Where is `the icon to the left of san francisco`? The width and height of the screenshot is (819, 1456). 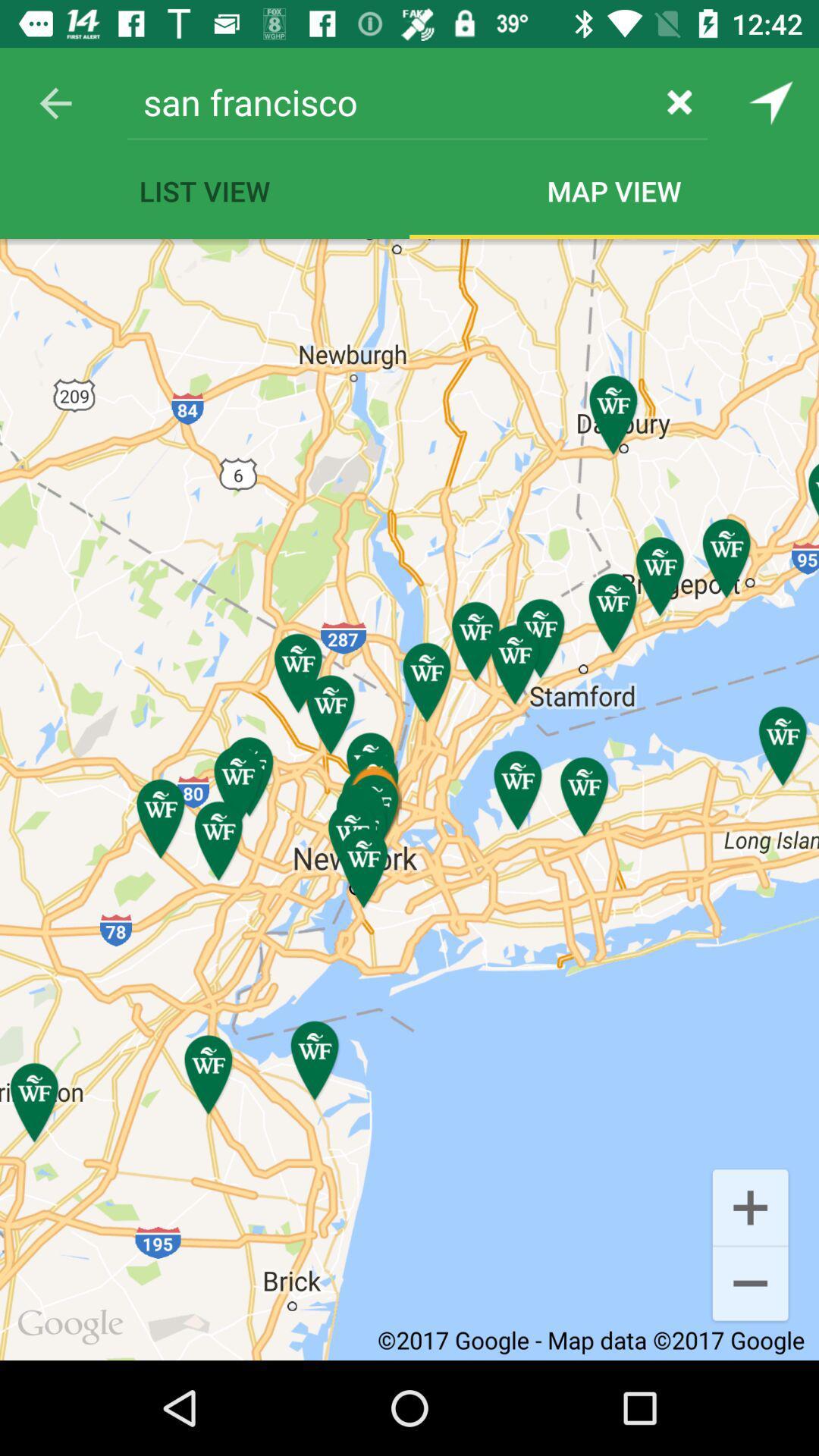
the icon to the left of san francisco is located at coordinates (55, 102).